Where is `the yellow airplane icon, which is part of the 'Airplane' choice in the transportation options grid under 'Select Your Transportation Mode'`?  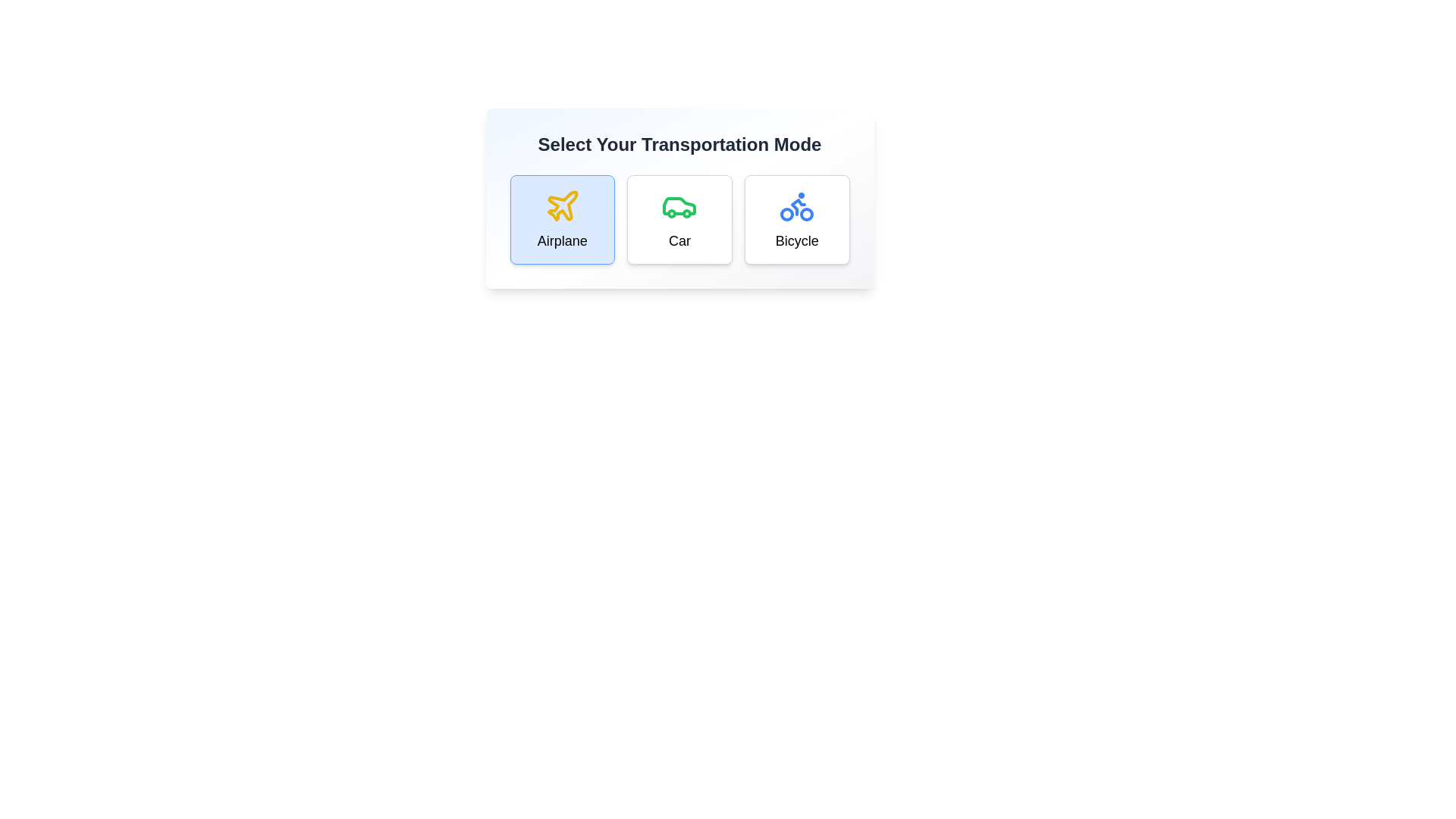 the yellow airplane icon, which is part of the 'Airplane' choice in the transportation options grid under 'Select Your Transportation Mode' is located at coordinates (562, 206).